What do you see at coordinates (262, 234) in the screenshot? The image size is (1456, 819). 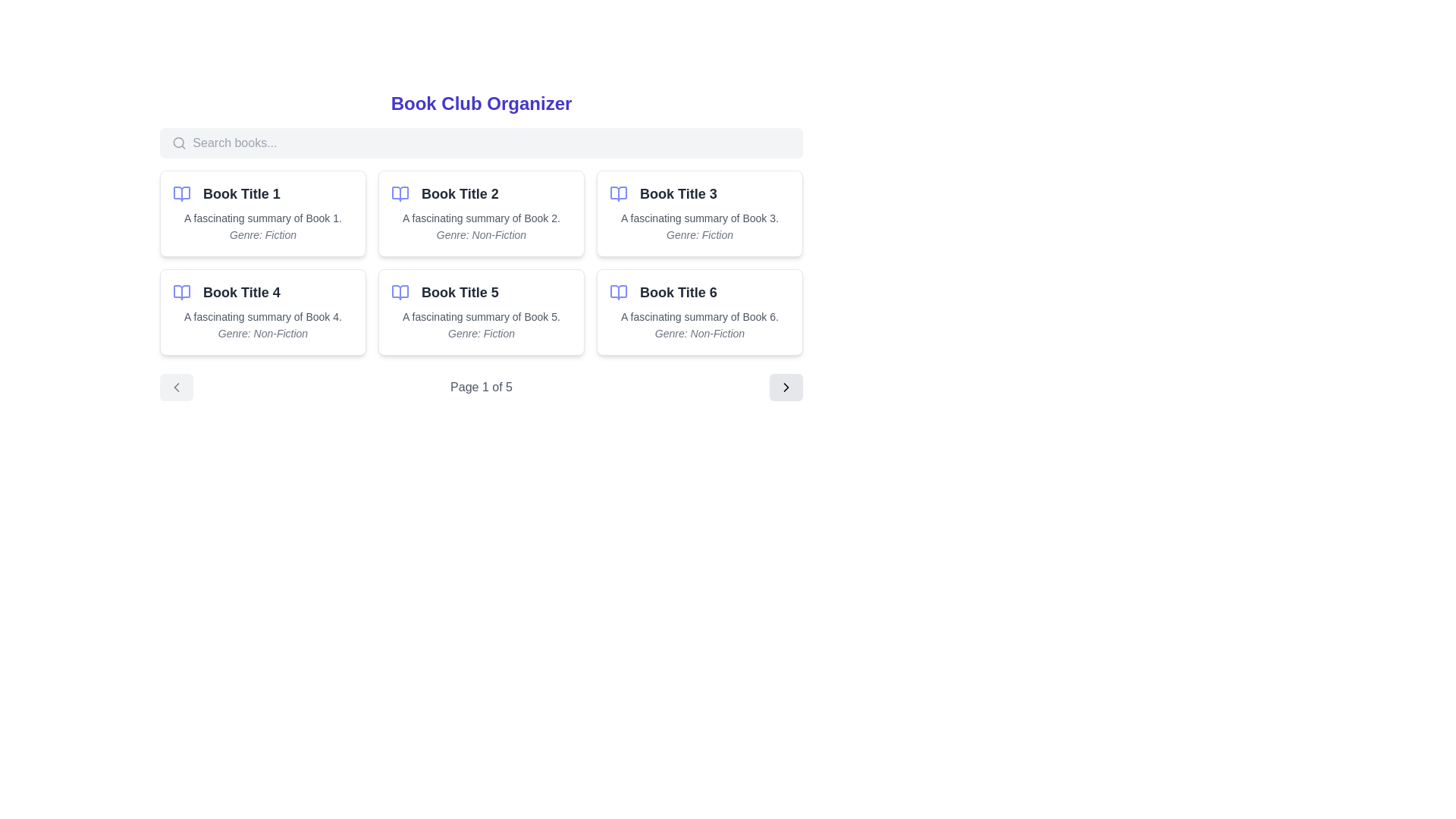 I see `the text label displaying 'Genre: Fiction', which is styled in light gray italic and located beneath the summary text of 'Book Title 1'` at bounding box center [262, 234].